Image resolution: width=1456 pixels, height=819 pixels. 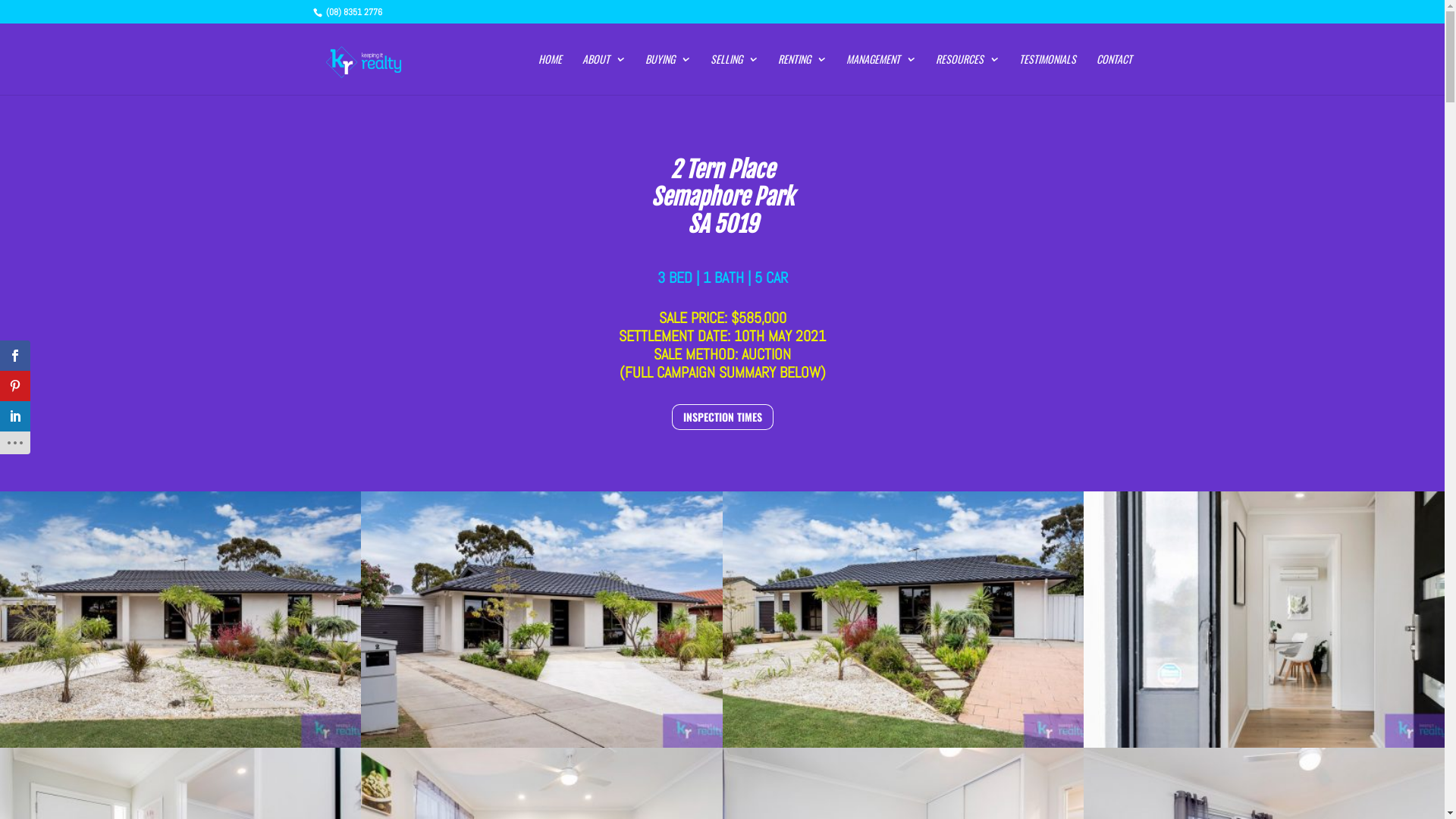 What do you see at coordinates (778, 74) in the screenshot?
I see `'RENTING'` at bounding box center [778, 74].